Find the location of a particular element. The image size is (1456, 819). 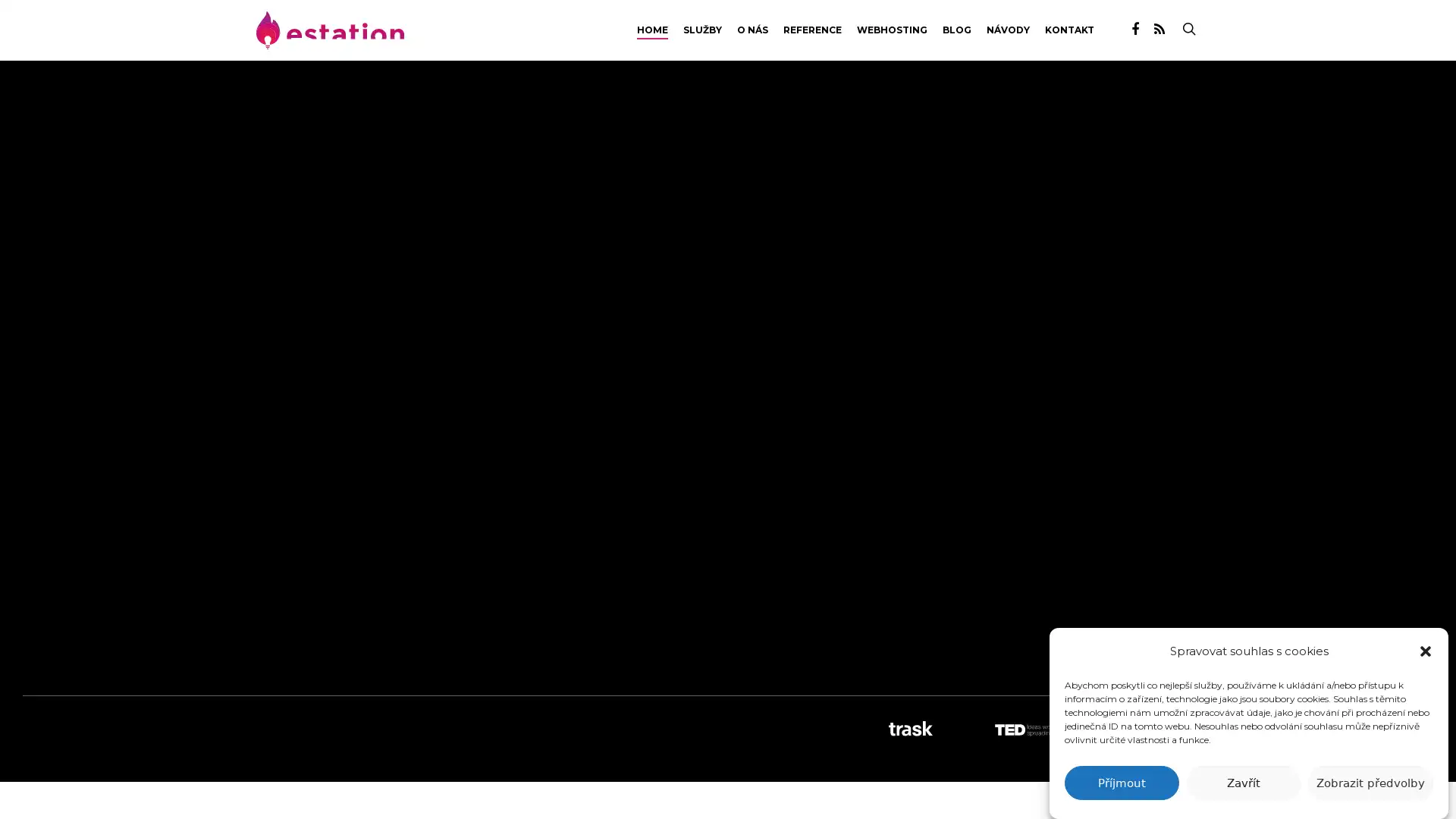

close-dialog is located at coordinates (1425, 651).